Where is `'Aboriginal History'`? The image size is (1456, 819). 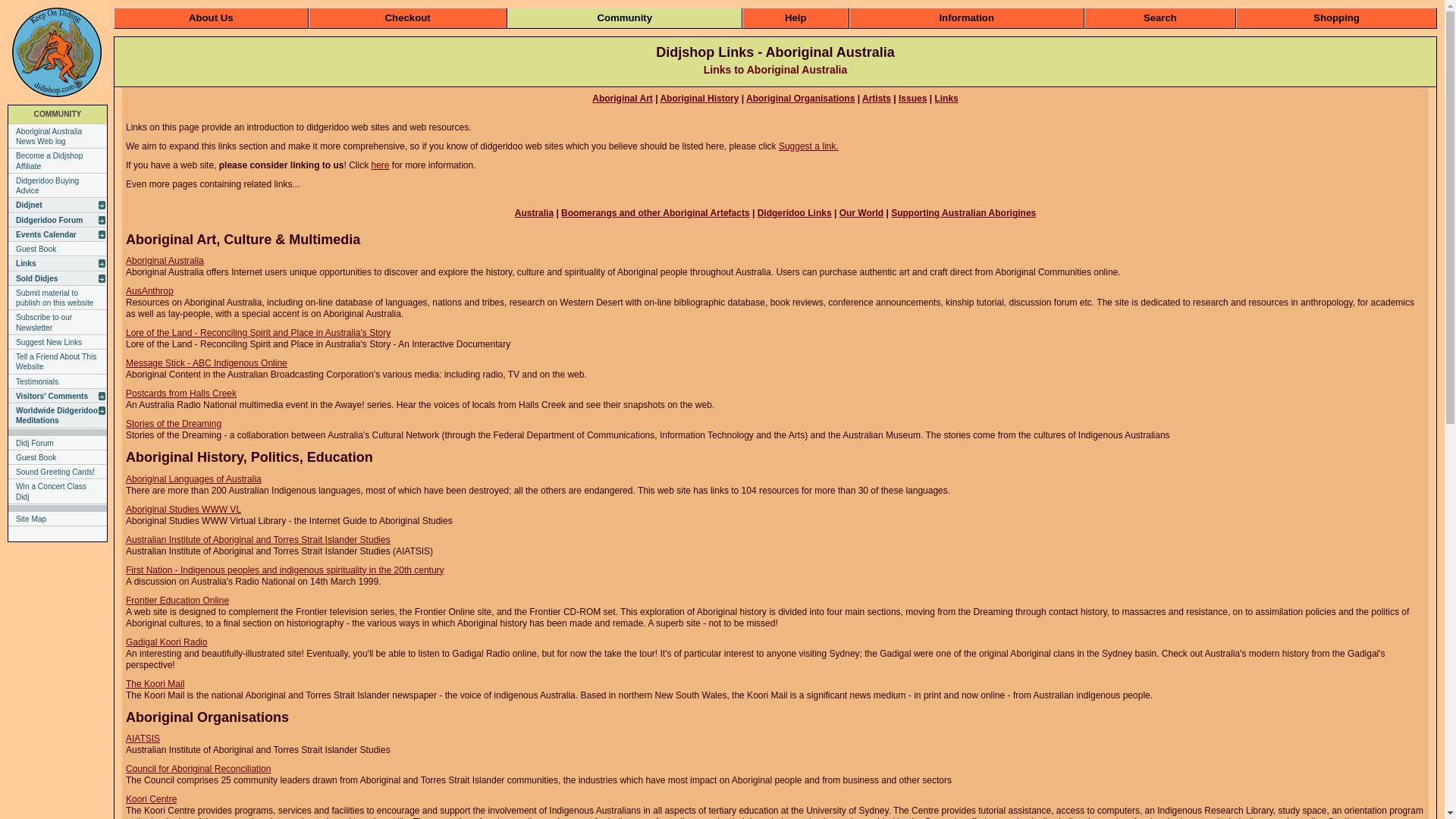
'Aboriginal History' is located at coordinates (698, 99).